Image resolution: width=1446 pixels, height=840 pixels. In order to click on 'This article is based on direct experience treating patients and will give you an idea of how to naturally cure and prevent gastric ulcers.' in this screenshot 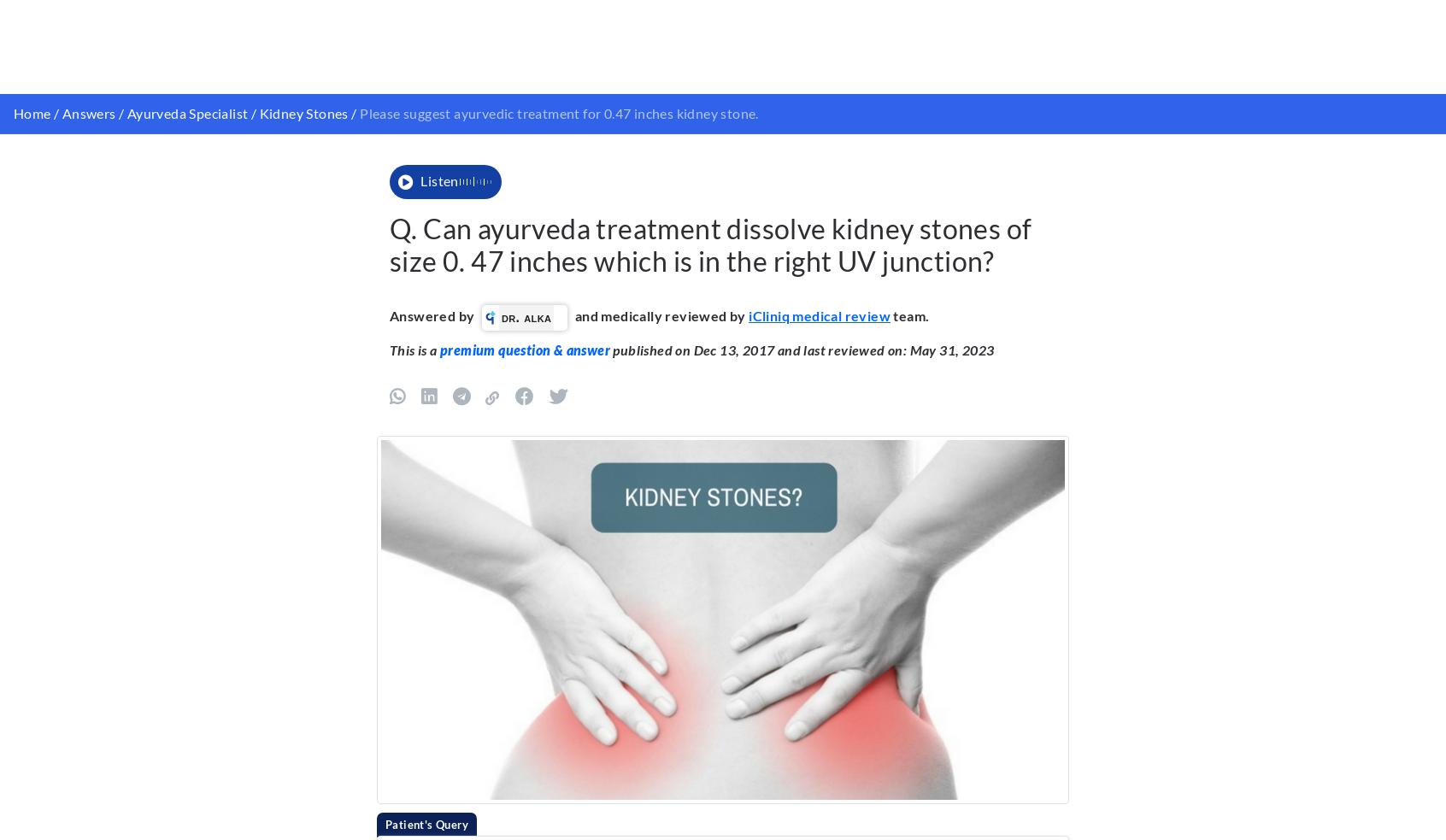, I will do `click(708, 272)`.